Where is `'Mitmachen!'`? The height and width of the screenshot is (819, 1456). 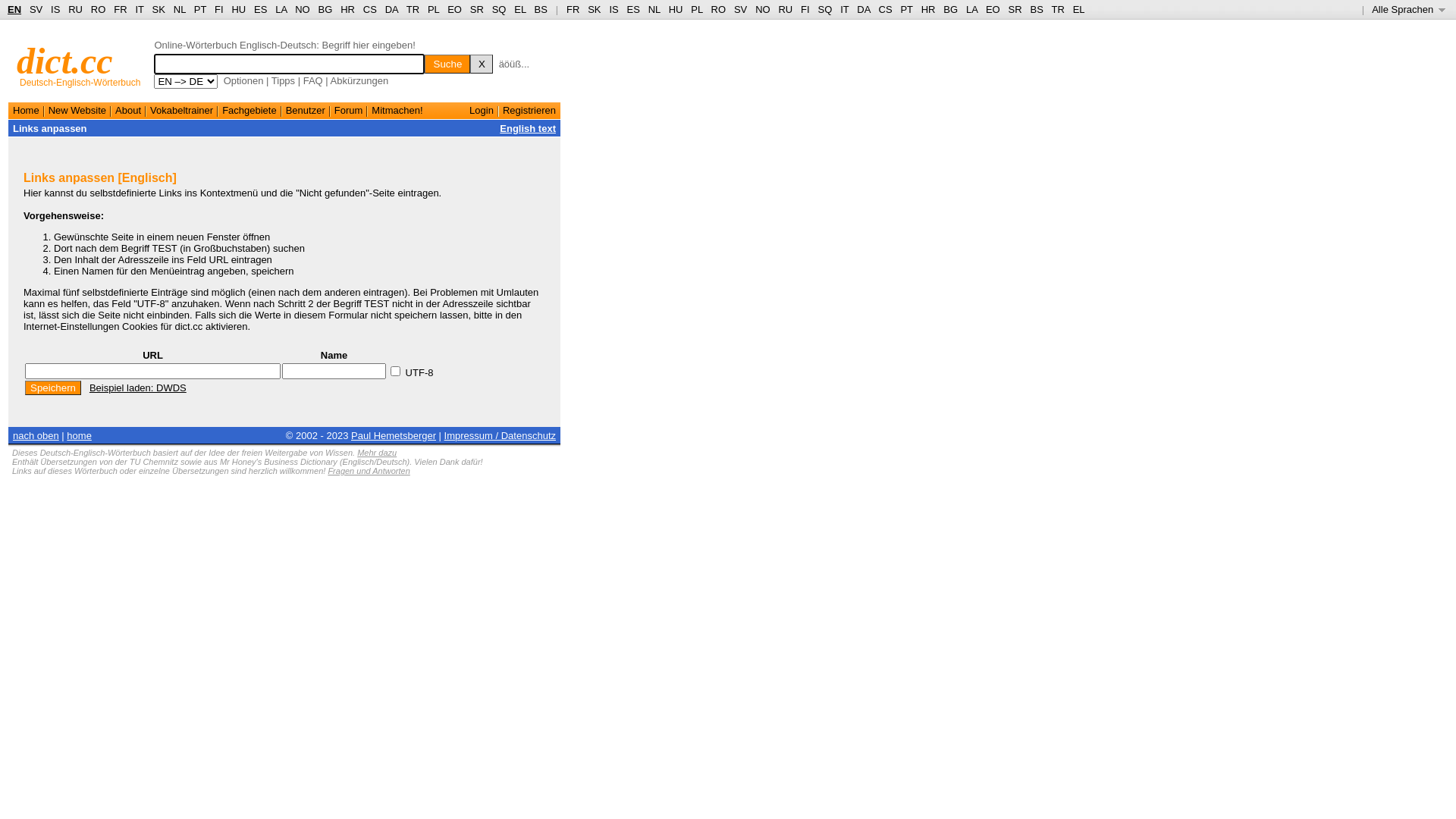 'Mitmachen!' is located at coordinates (371, 109).